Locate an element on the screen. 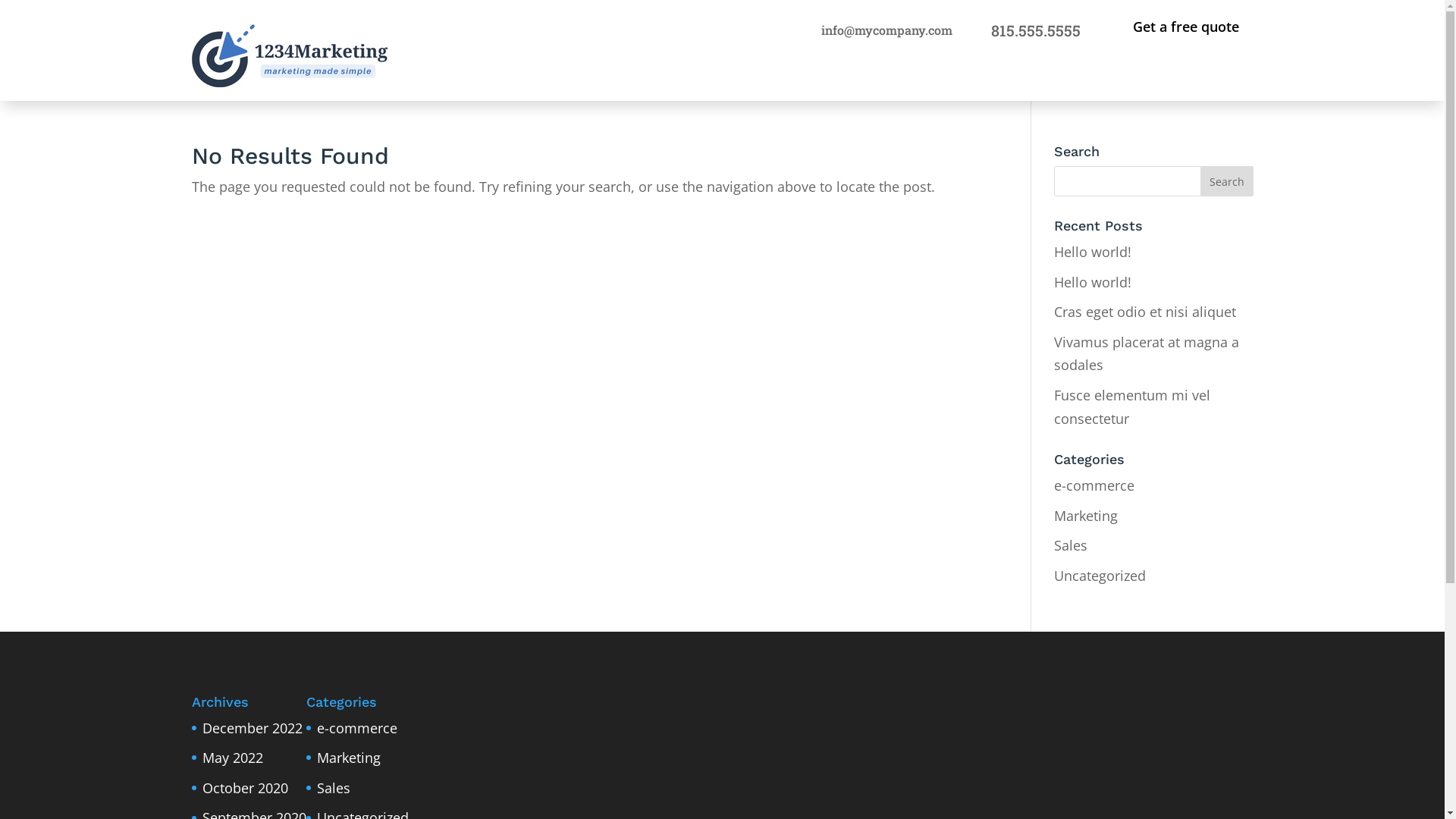 This screenshot has width=1456, height=819. 'Hello world!' is located at coordinates (1092, 281).